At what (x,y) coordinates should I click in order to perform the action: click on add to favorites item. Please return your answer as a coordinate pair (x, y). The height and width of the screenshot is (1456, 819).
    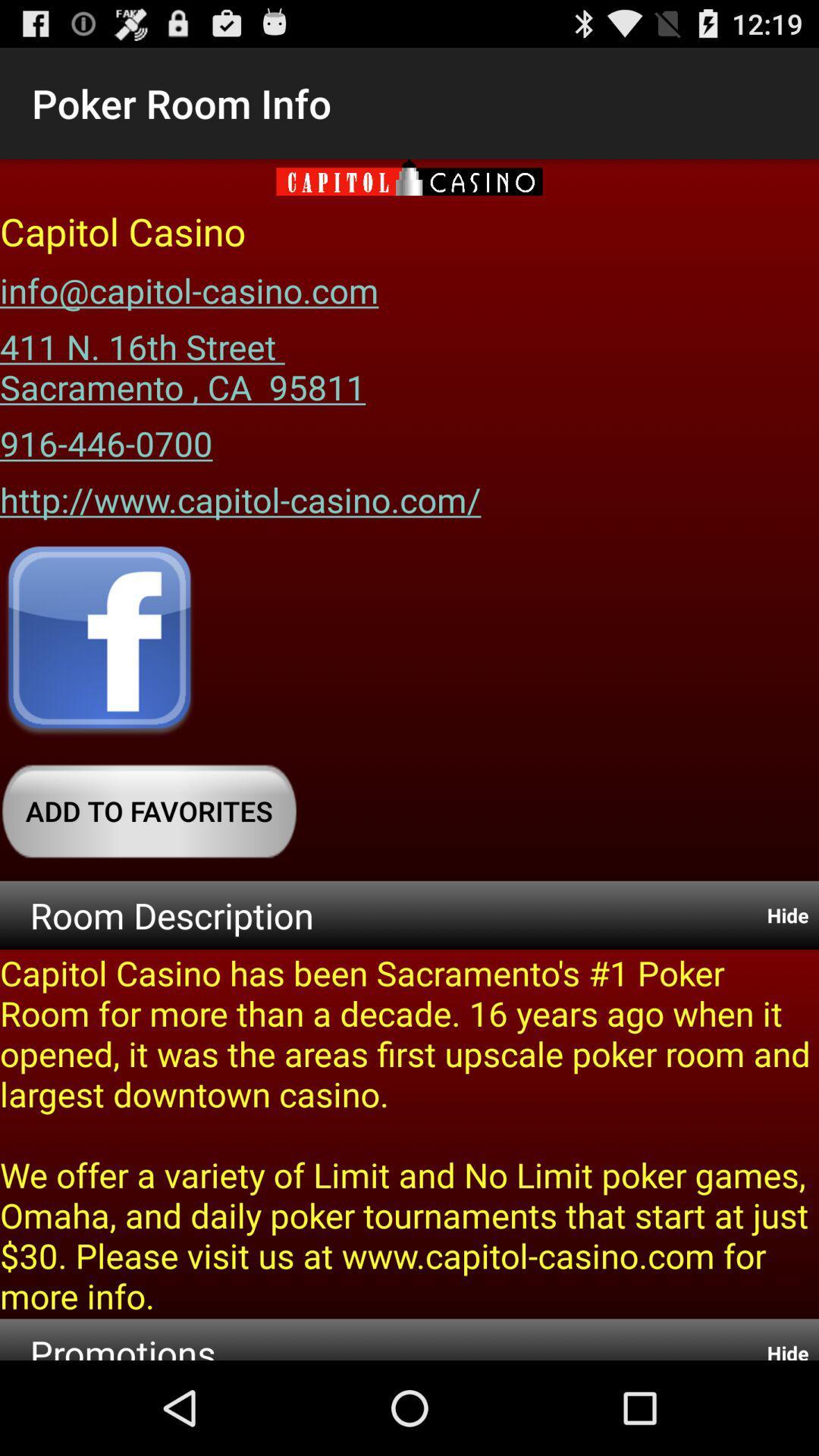
    Looking at the image, I should click on (149, 810).